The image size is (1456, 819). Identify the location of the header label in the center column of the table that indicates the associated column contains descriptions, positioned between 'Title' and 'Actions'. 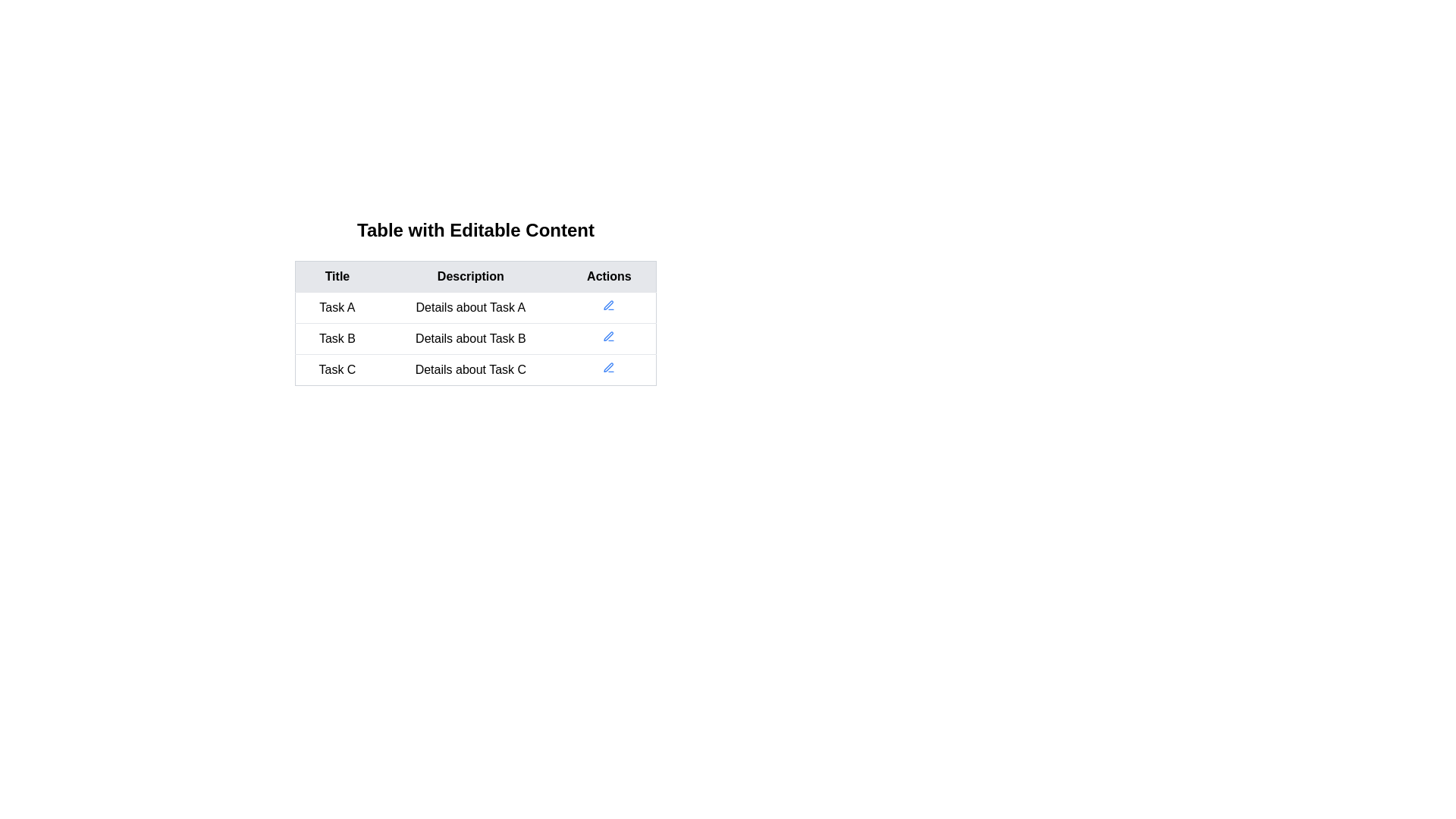
(469, 277).